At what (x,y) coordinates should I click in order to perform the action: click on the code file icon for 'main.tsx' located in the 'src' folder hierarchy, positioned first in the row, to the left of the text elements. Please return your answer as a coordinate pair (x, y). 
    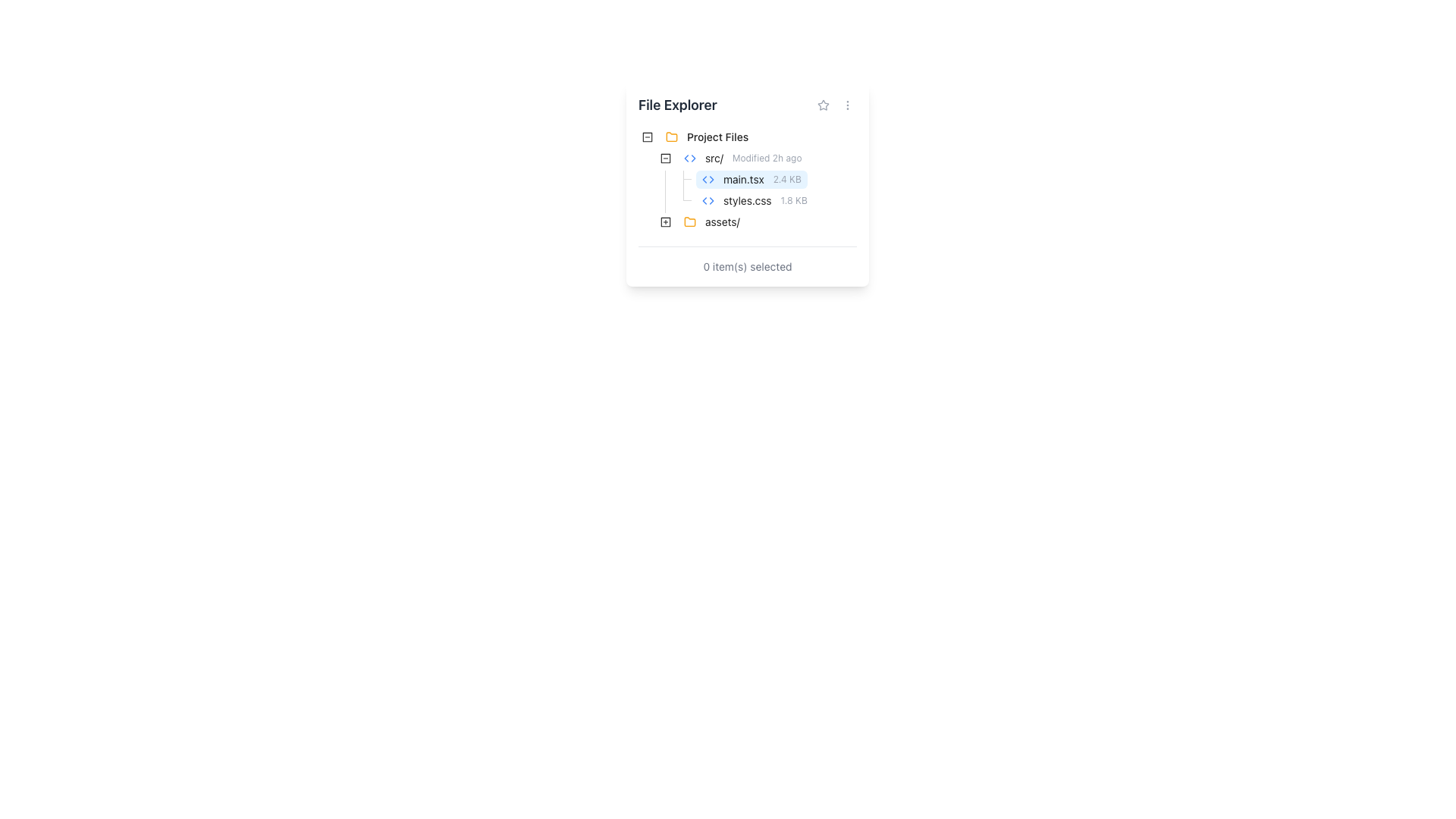
    Looking at the image, I should click on (708, 178).